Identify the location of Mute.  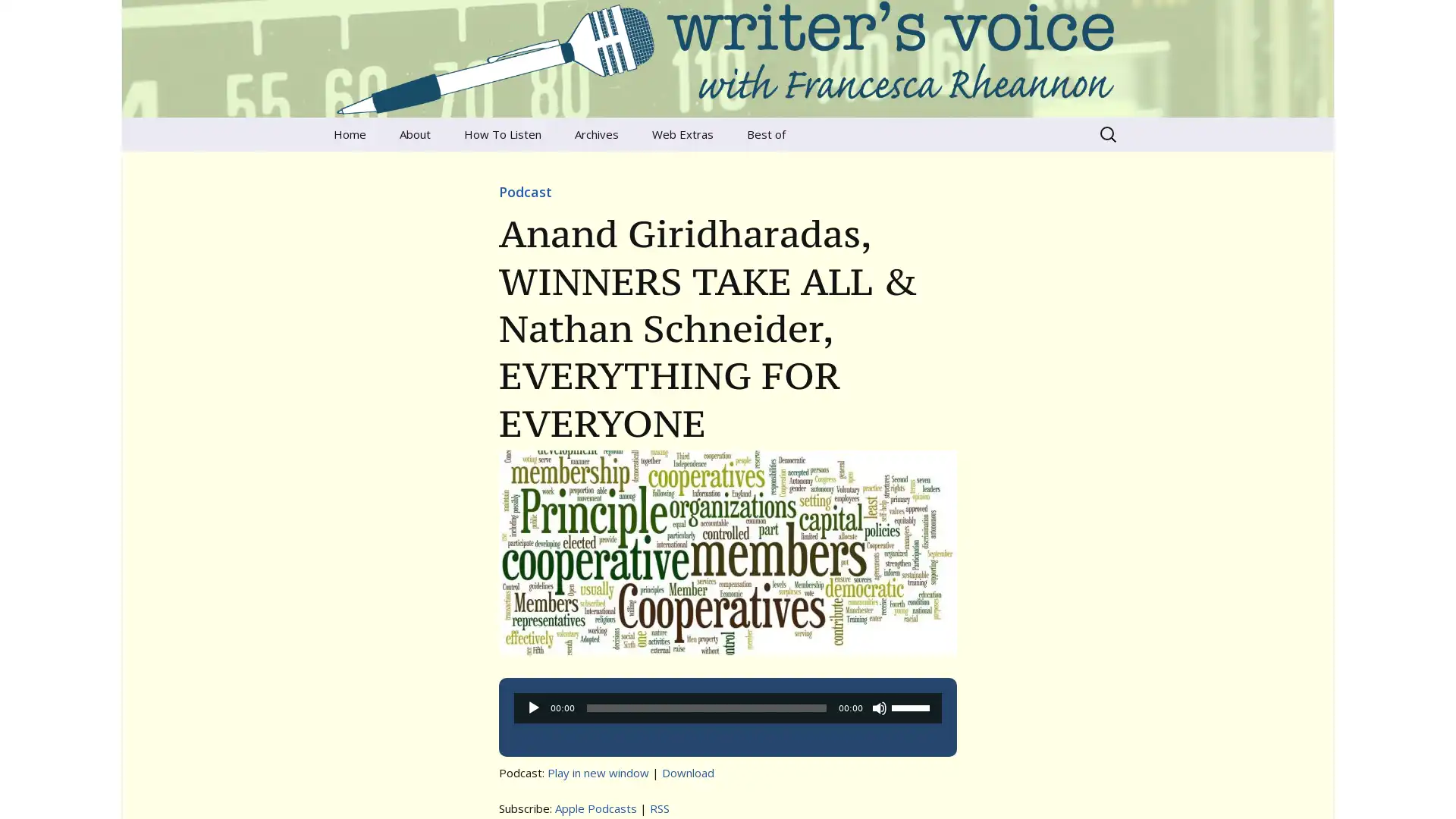
(880, 708).